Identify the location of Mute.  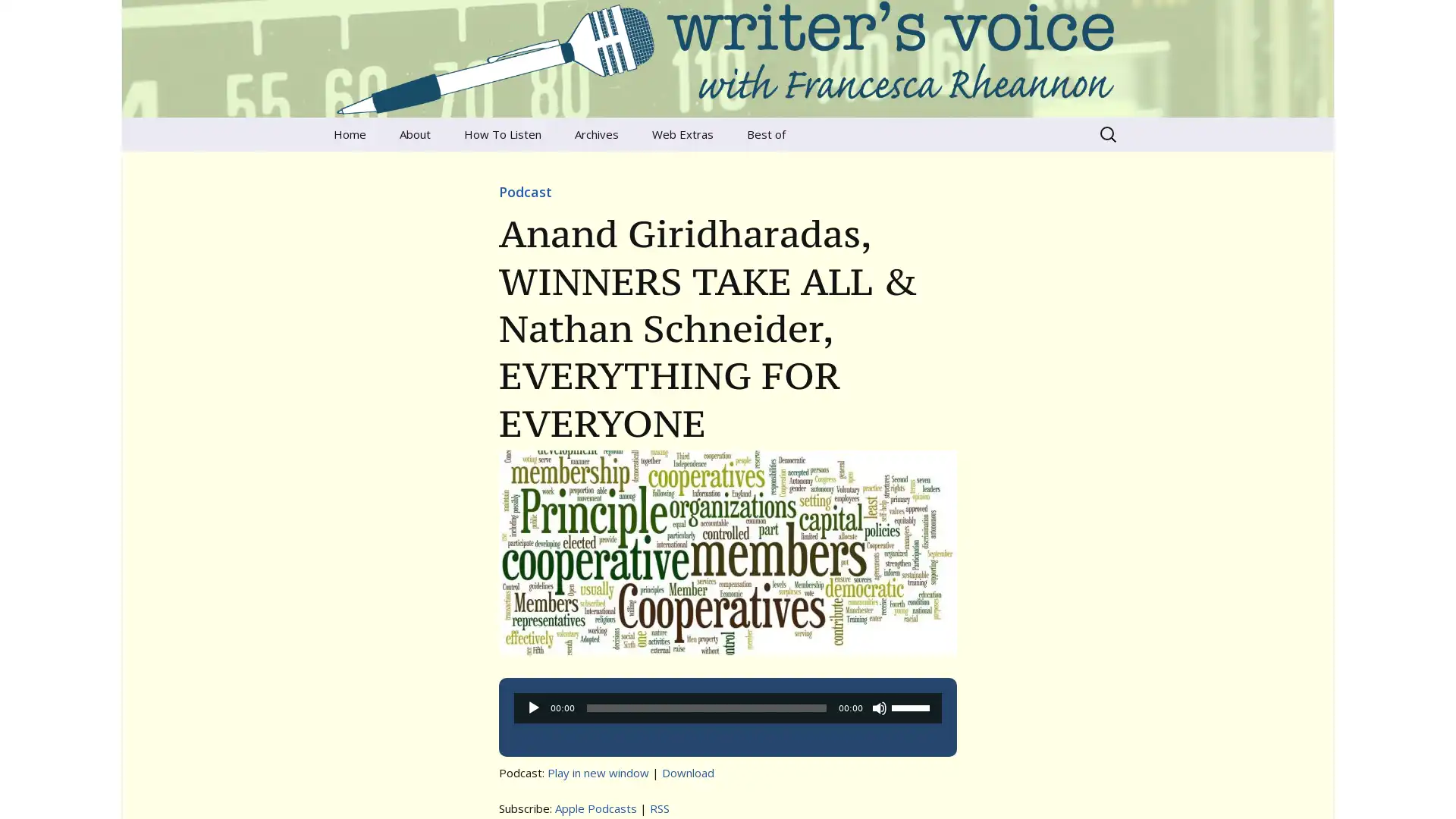
(880, 708).